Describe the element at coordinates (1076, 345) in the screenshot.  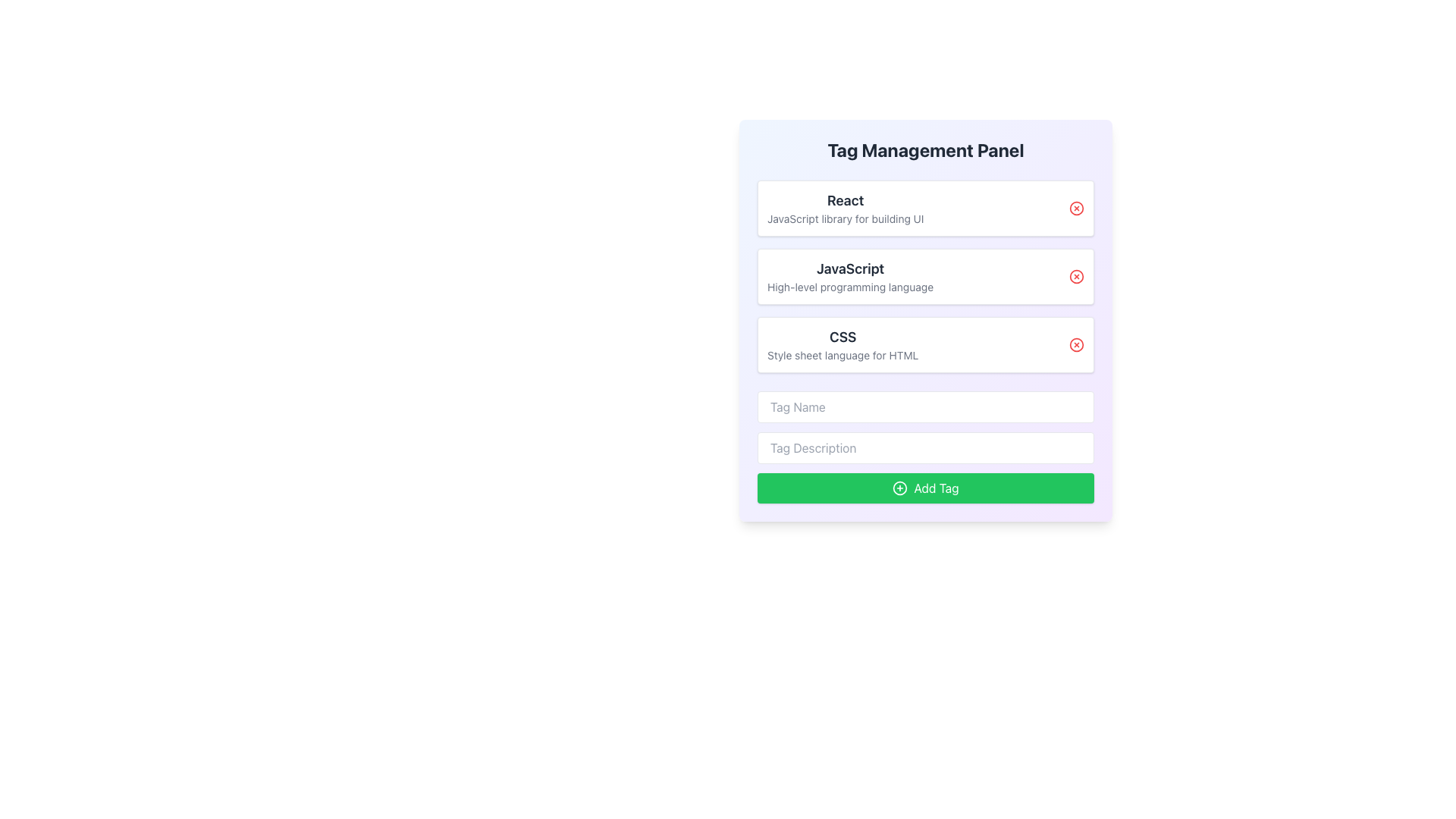
I see `the delete button located at the far right of the third entry in the tag list, which represents the 'CSS' entry in the Tag Management Panel` at that location.